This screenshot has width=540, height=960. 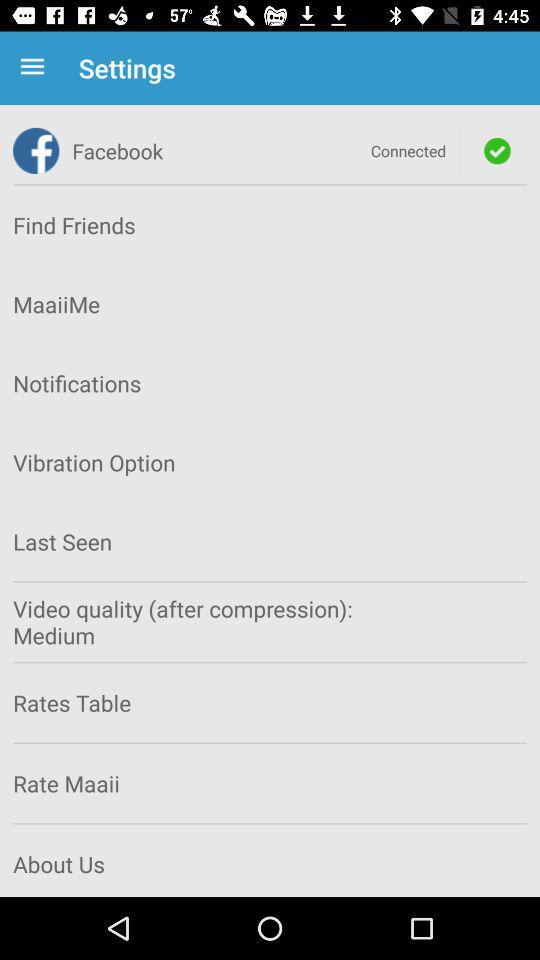 What do you see at coordinates (36, 68) in the screenshot?
I see `item next to settings` at bounding box center [36, 68].